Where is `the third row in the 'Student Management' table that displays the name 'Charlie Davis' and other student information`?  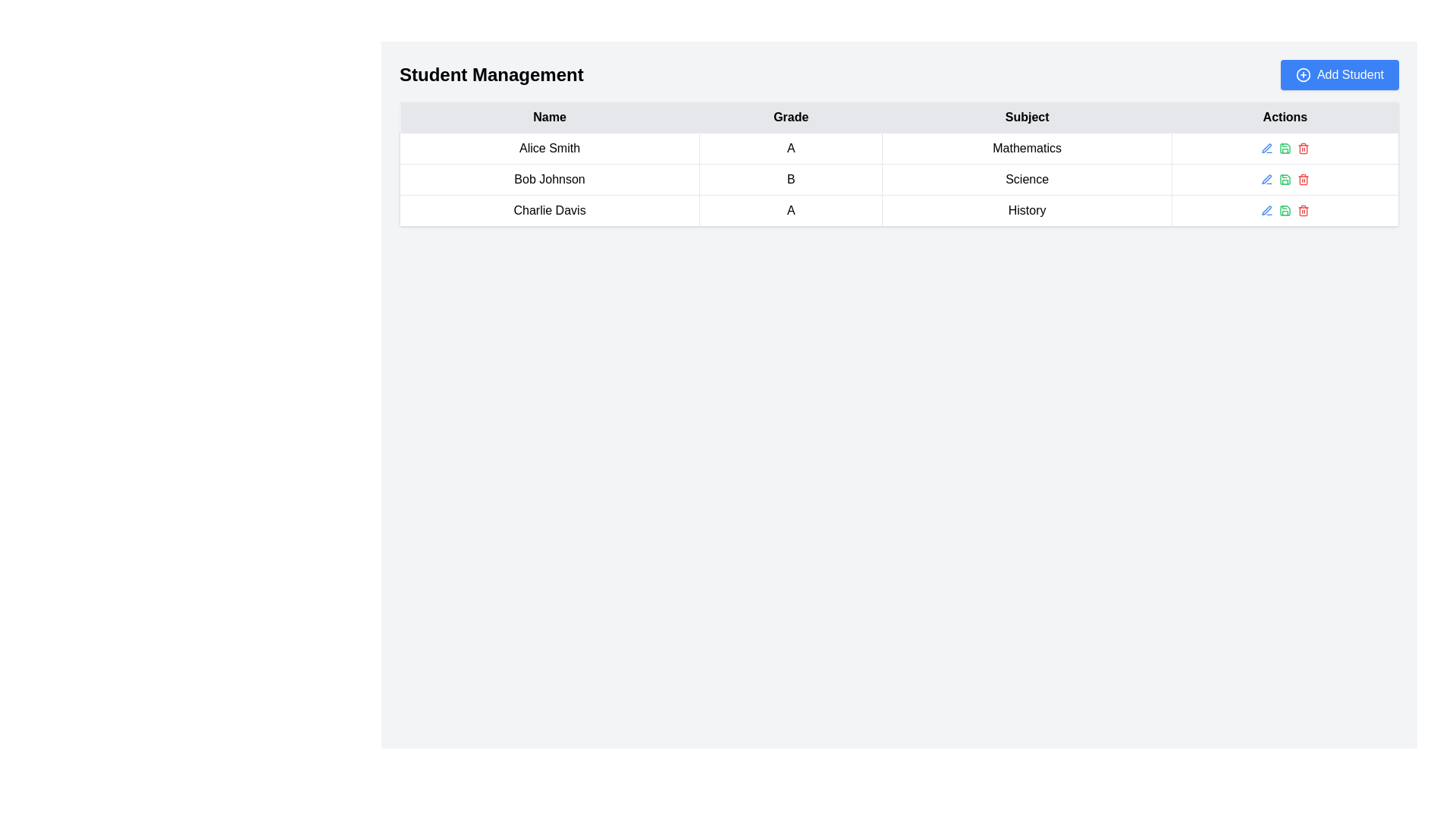
the third row in the 'Student Management' table that displays the name 'Charlie Davis' and other student information is located at coordinates (899, 210).